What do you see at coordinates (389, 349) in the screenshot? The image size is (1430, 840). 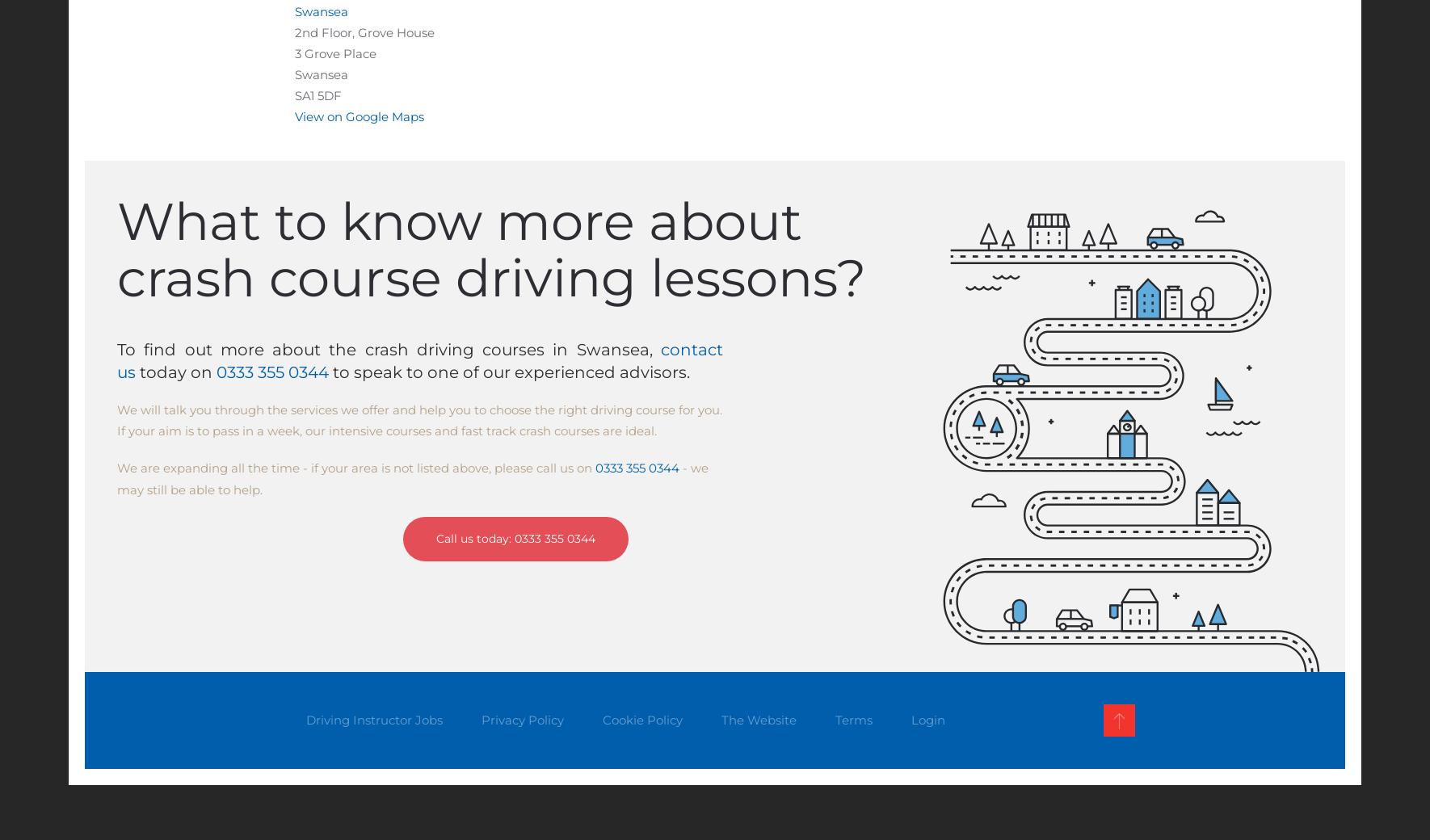 I see `'To find out more about the crash driving courses in Swansea,'` at bounding box center [389, 349].